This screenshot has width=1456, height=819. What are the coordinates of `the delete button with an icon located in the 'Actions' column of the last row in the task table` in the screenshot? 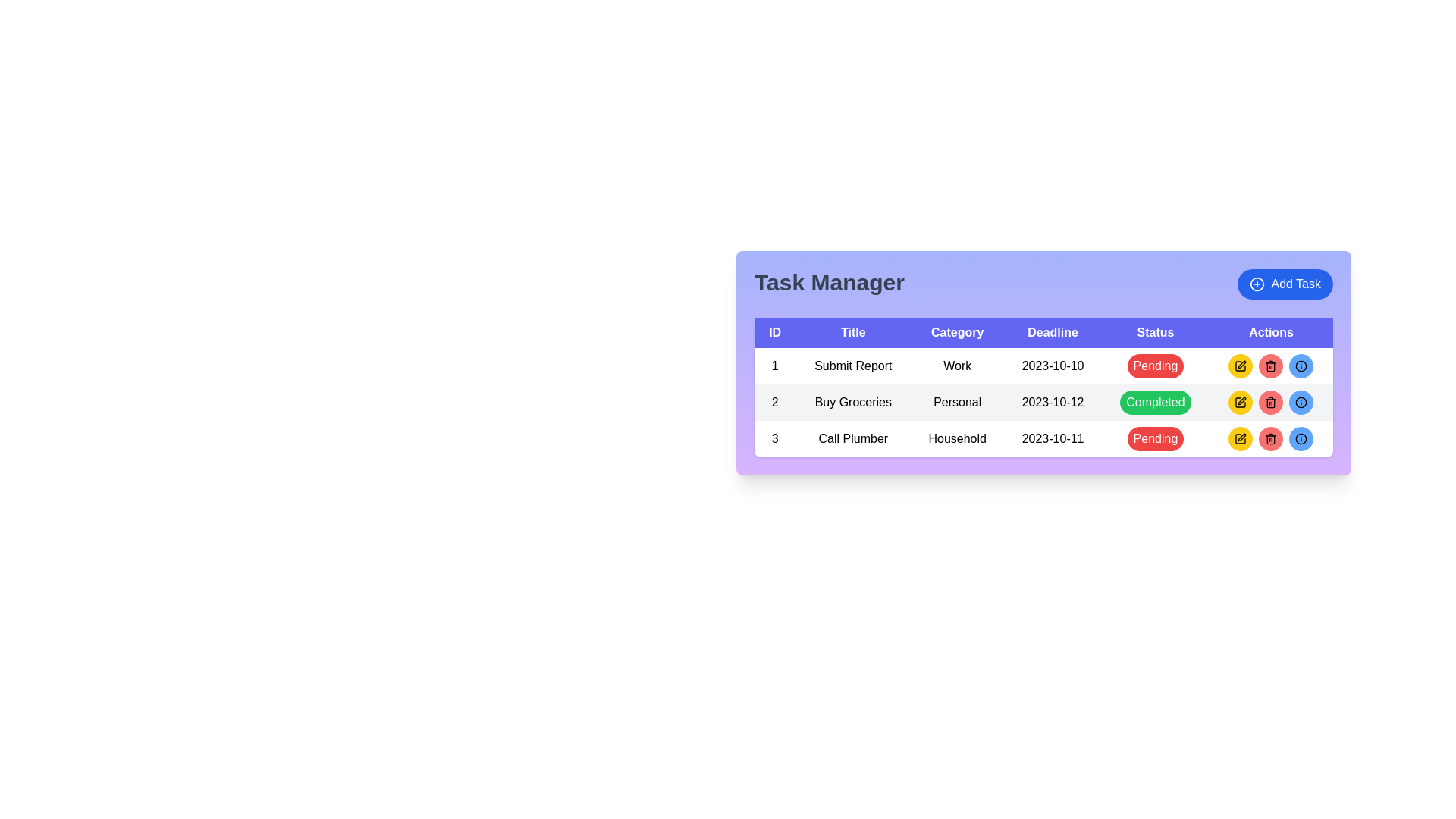 It's located at (1271, 438).